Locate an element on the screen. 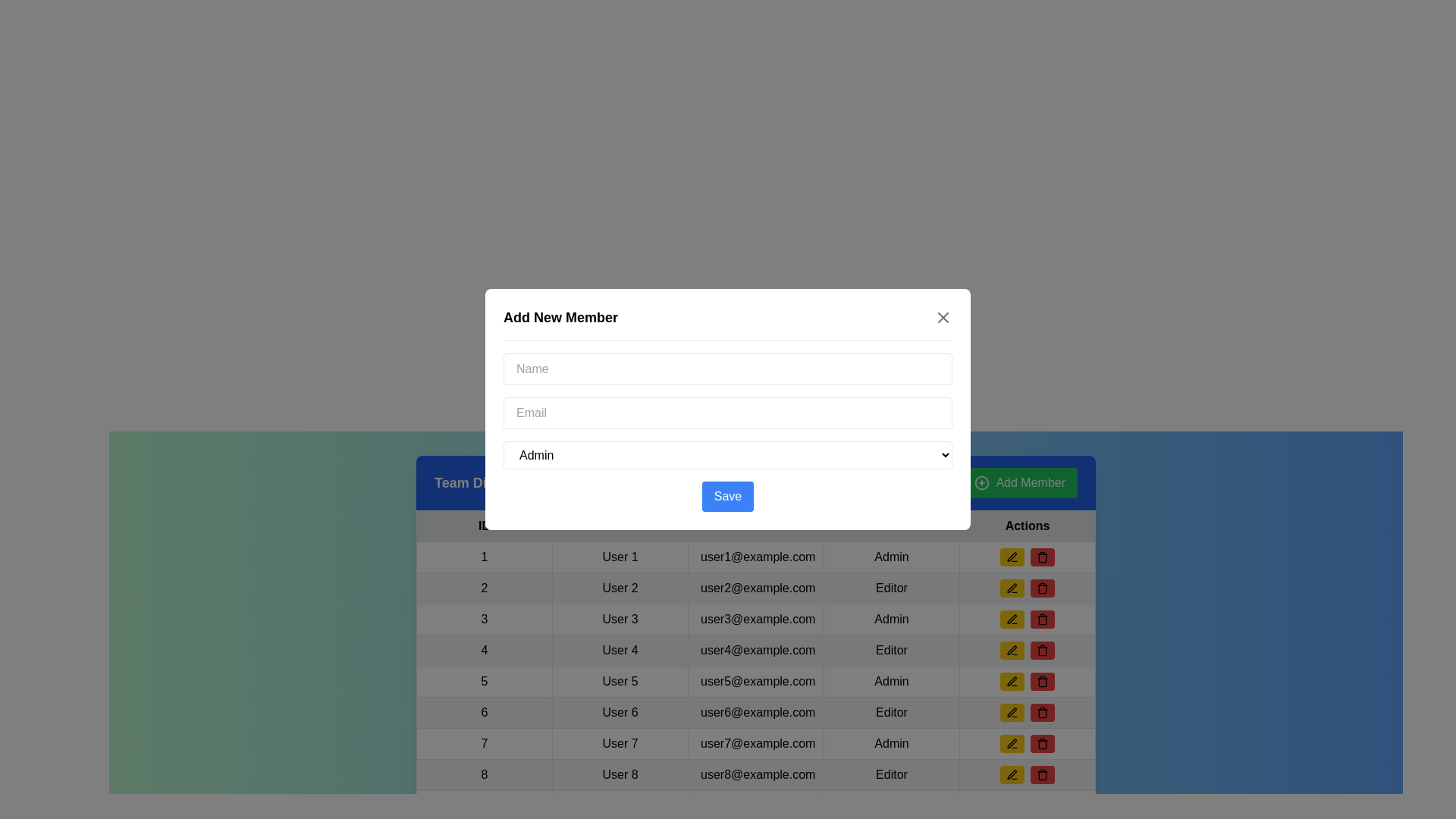 Image resolution: width=1456 pixels, height=819 pixels. value '7' from the table cell displaying the number '7' in the first column of the 'ID' row for 'User 7' is located at coordinates (483, 742).